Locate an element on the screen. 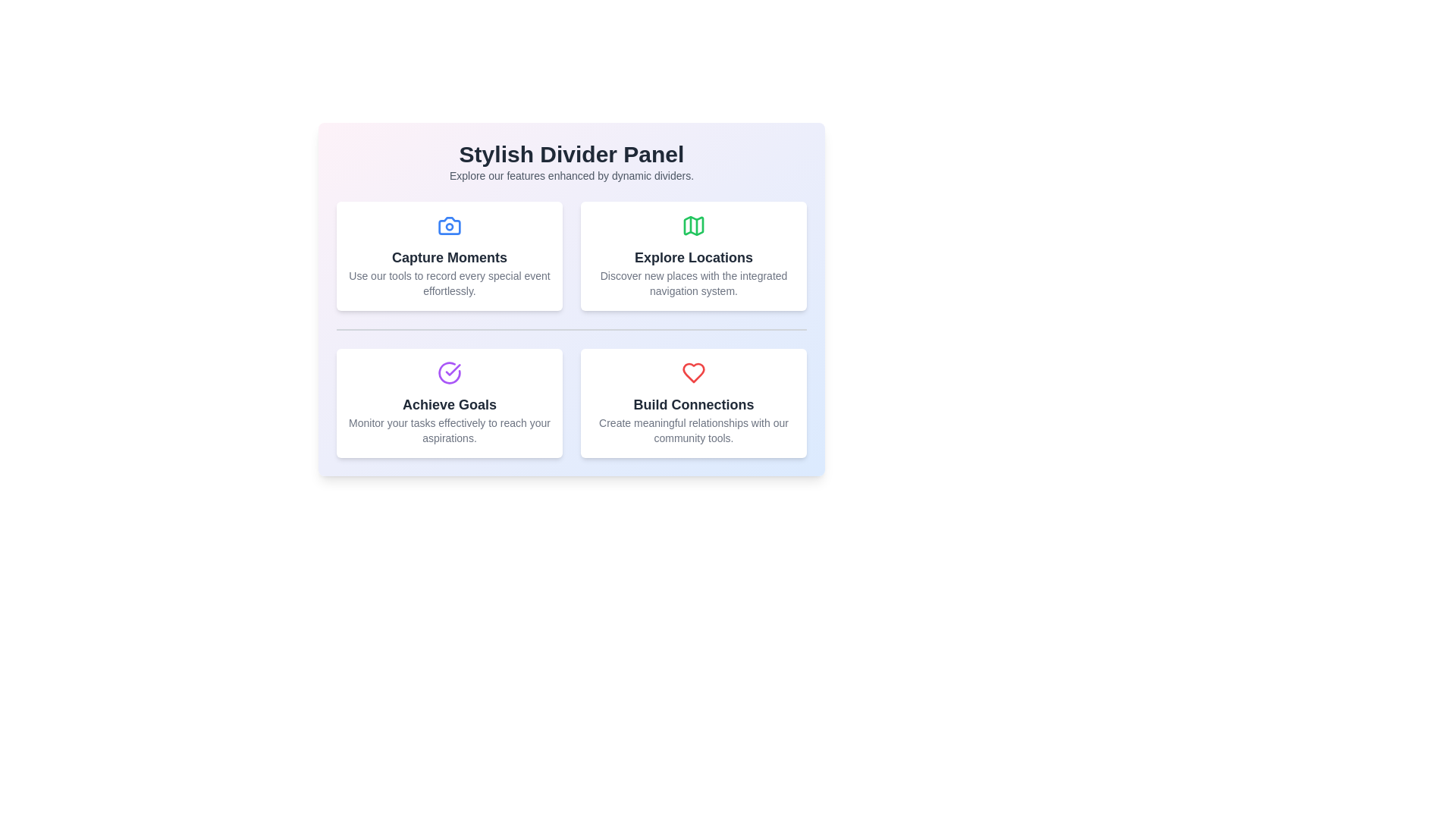 The width and height of the screenshot is (1456, 819). the decorative icon representing the card's theme, positioned at the top-left quadrant above the 'Capture Moments' title is located at coordinates (449, 225).